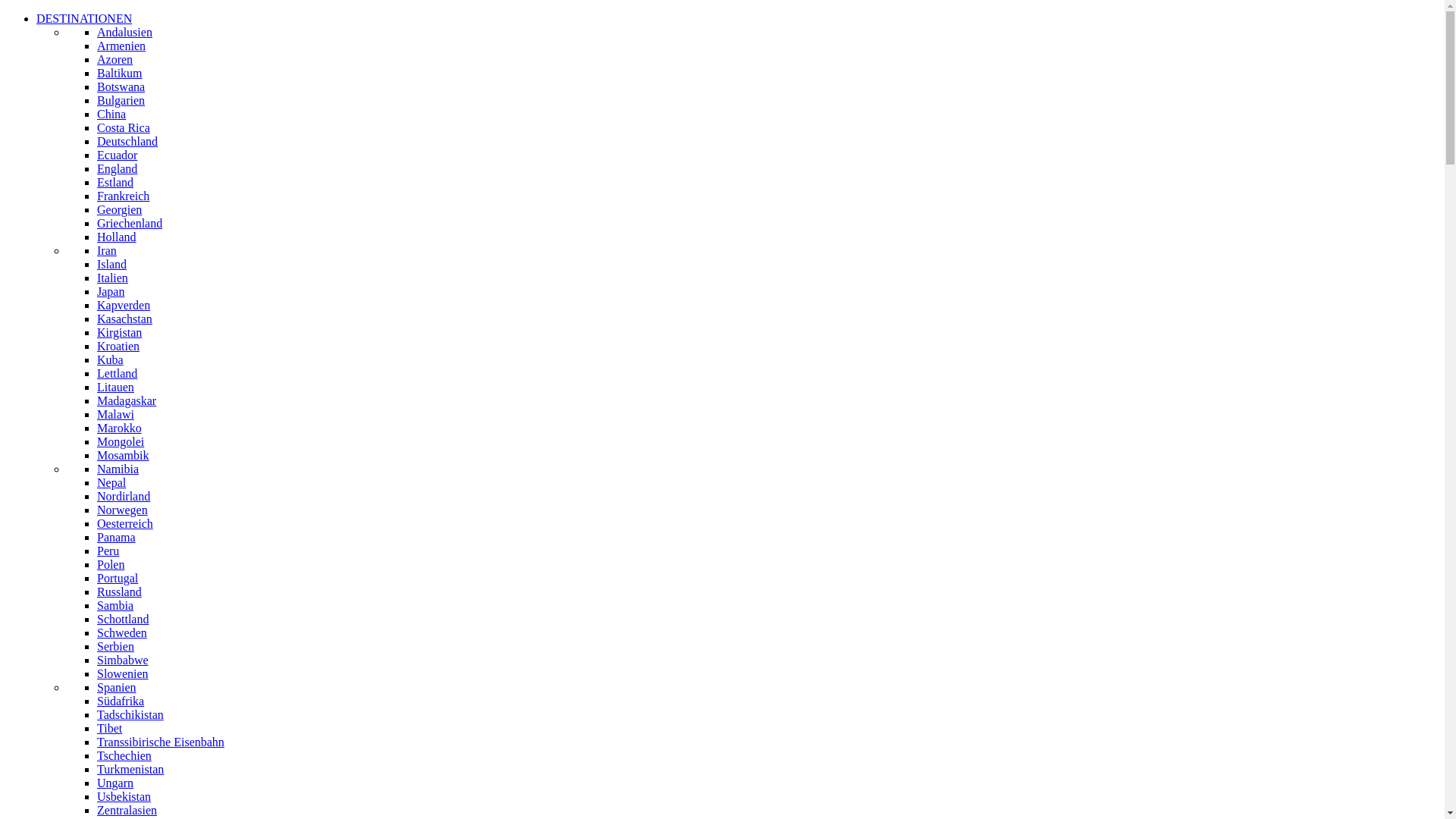  What do you see at coordinates (96, 155) in the screenshot?
I see `'Ecuador'` at bounding box center [96, 155].